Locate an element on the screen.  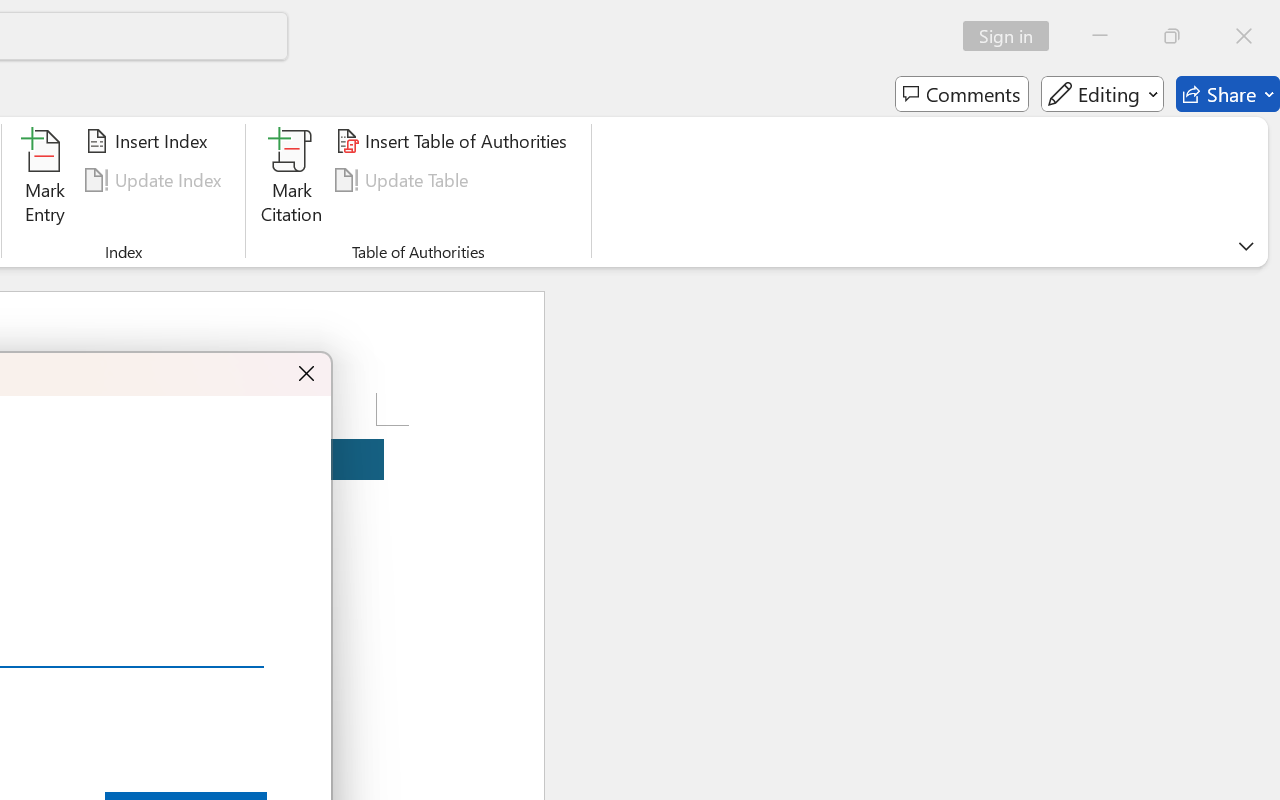
'Sign in' is located at coordinates (1013, 35).